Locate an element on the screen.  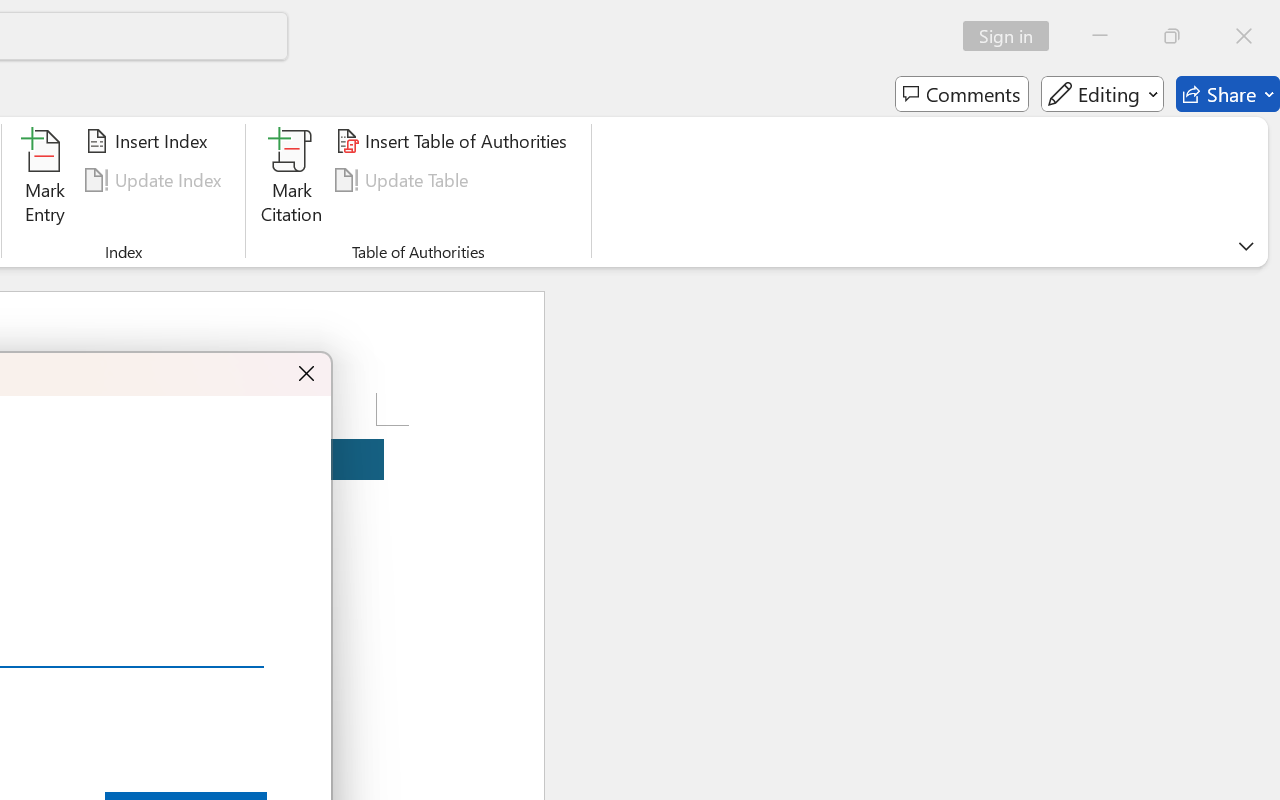
'Sign in' is located at coordinates (1013, 35).